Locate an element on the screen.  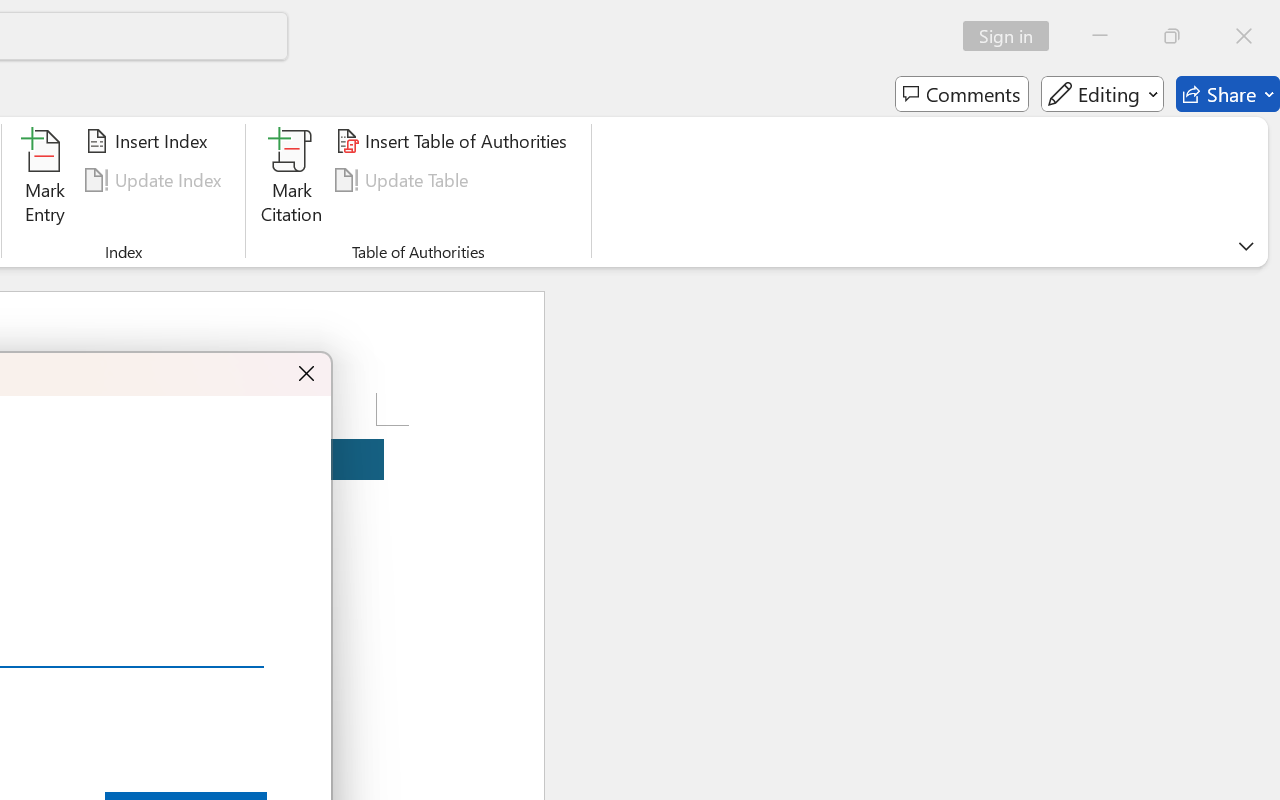
'Sign in' is located at coordinates (1013, 35).